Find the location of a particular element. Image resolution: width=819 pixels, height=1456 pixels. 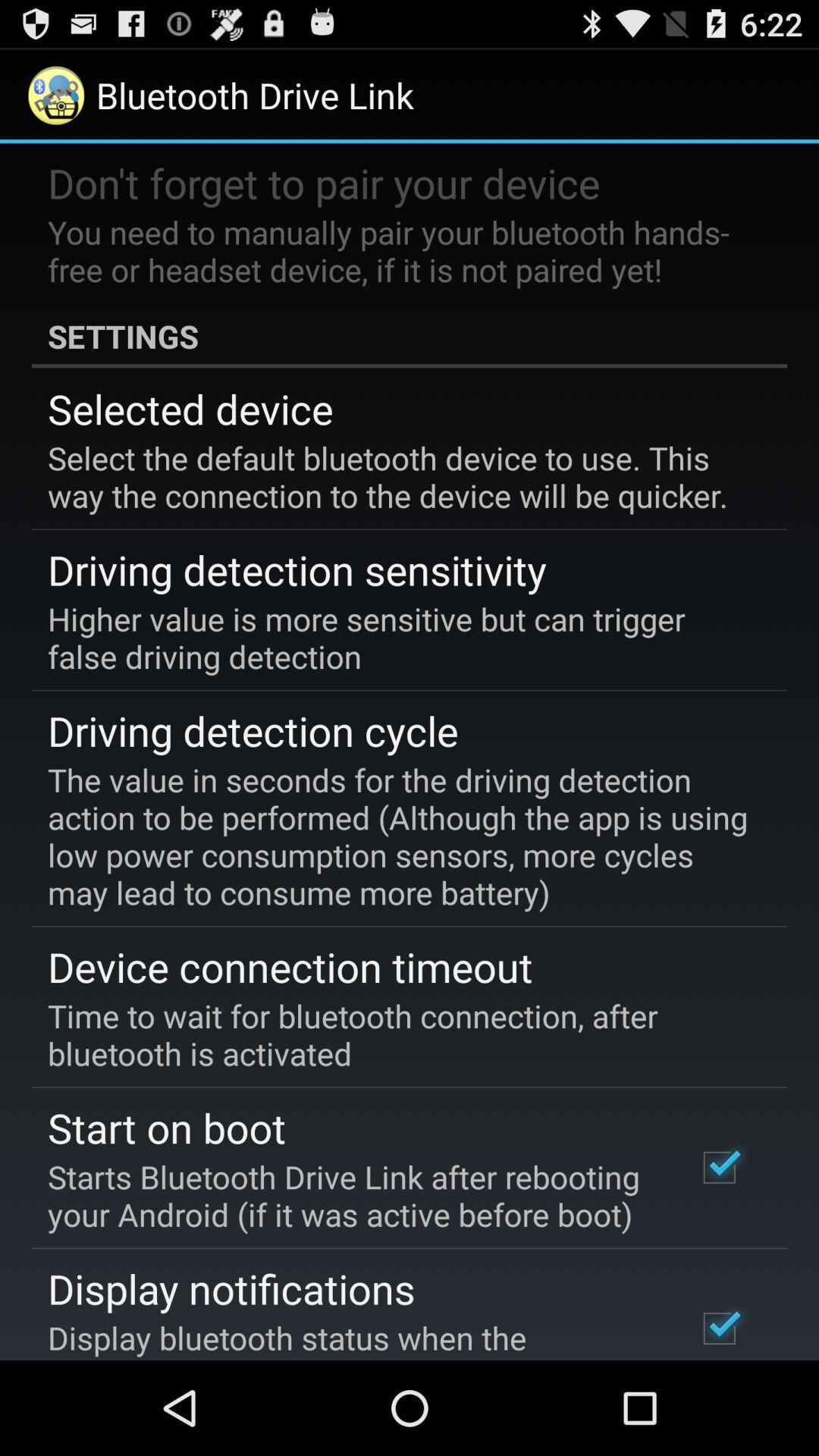

the select the default icon is located at coordinates (398, 475).